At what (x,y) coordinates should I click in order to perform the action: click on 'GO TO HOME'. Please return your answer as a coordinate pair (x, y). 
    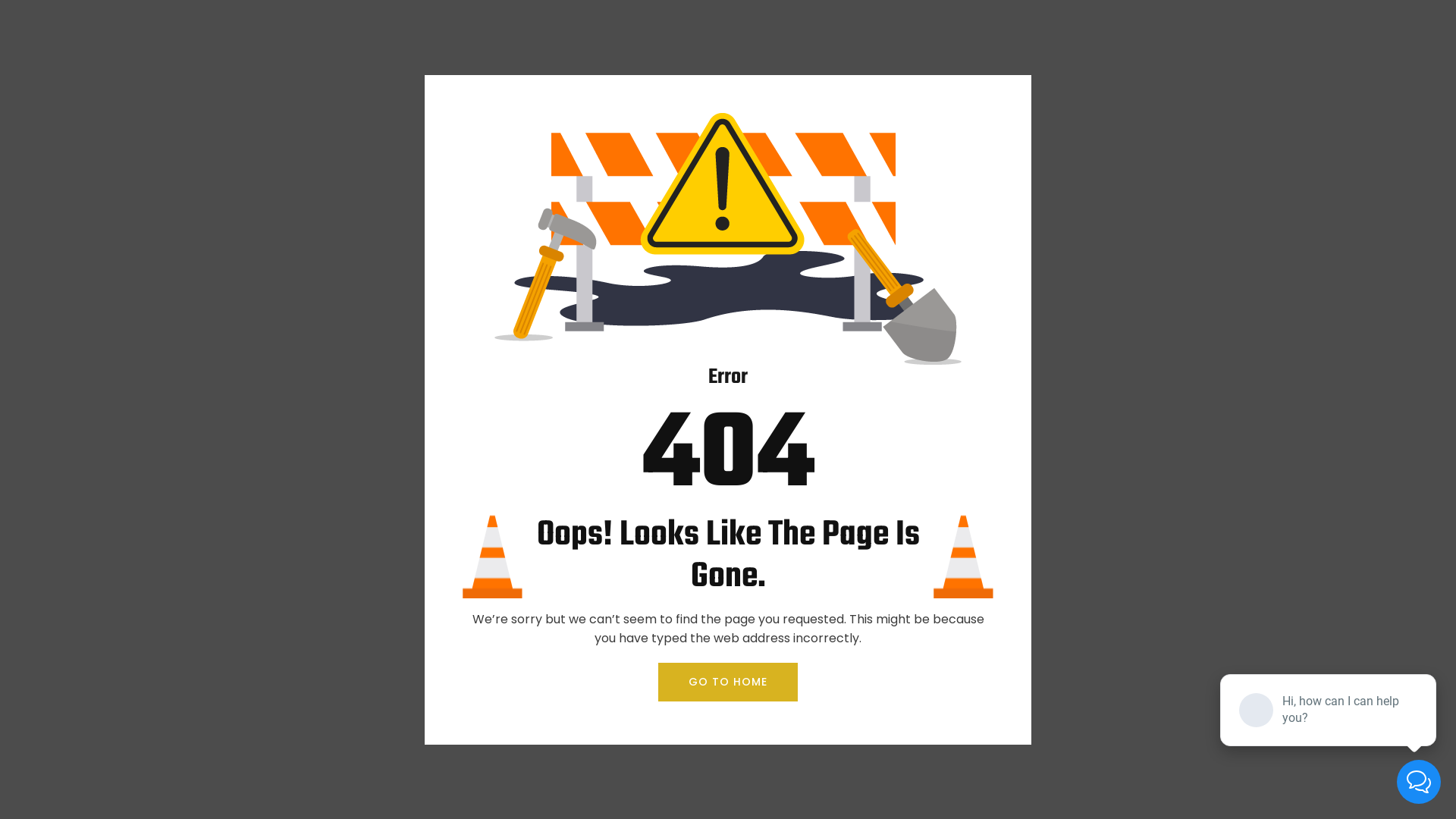
    Looking at the image, I should click on (728, 681).